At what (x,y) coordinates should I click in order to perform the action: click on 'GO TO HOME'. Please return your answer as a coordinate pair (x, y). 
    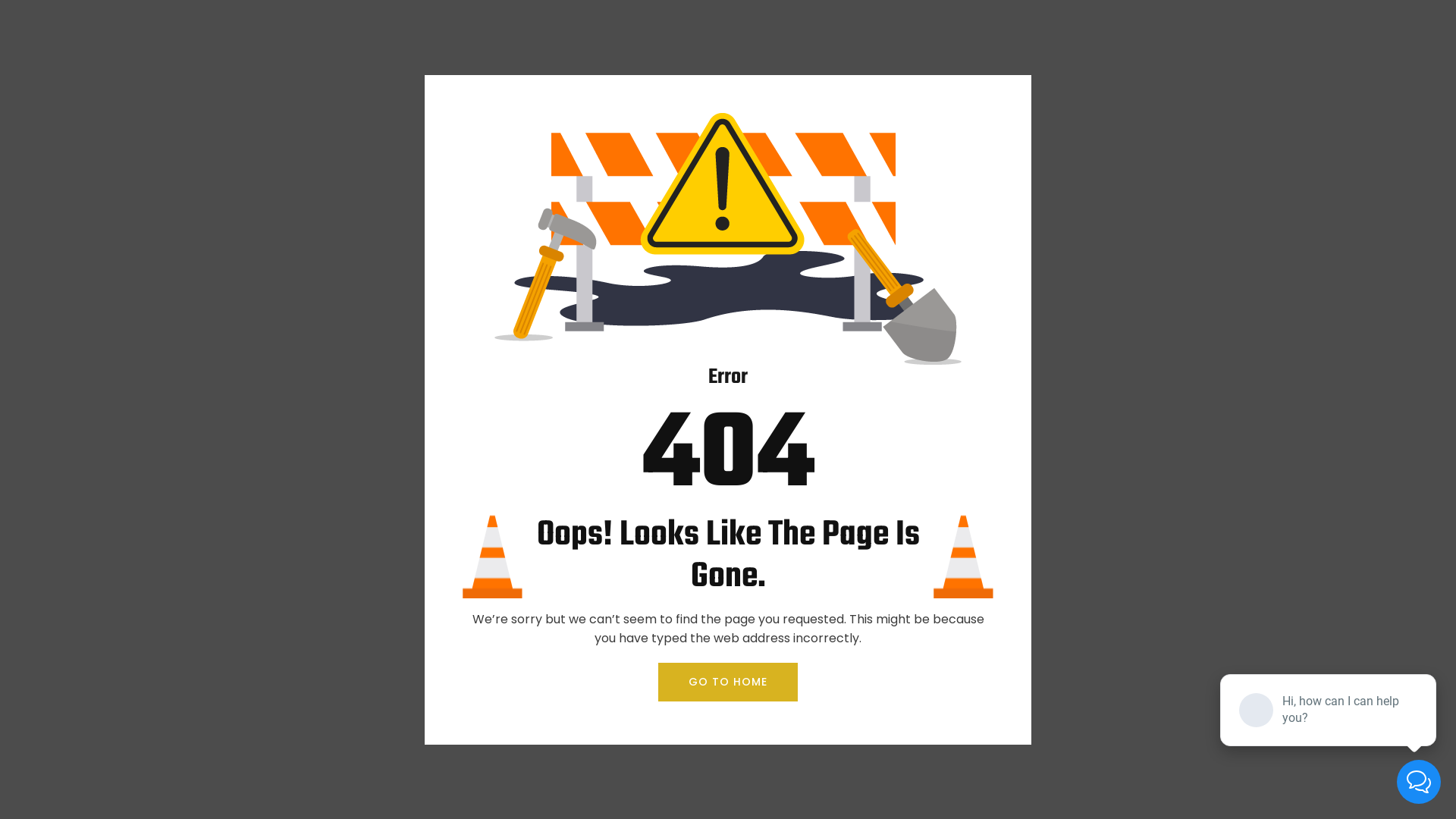
    Looking at the image, I should click on (728, 681).